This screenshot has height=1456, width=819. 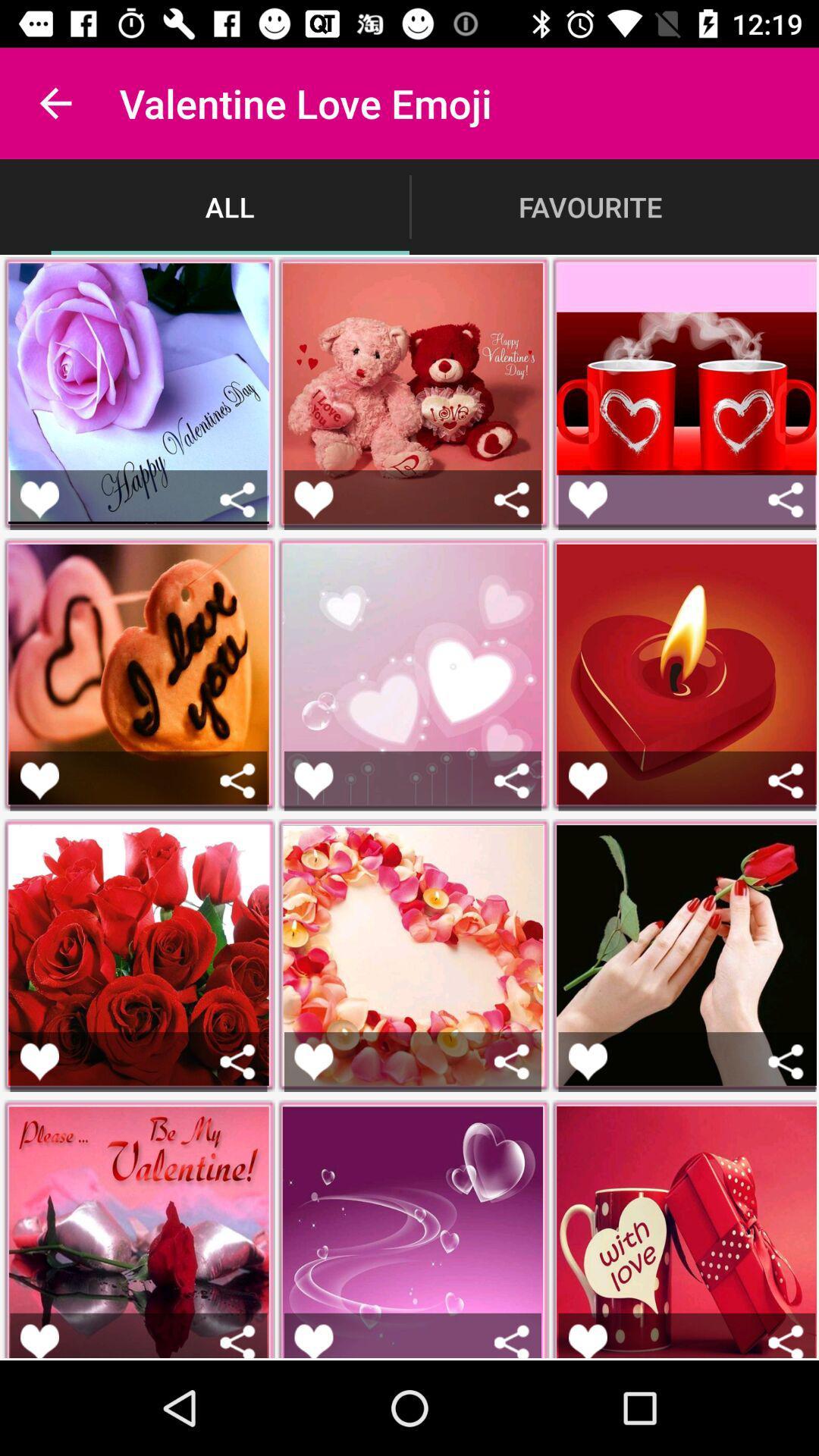 I want to click on share options, so click(x=512, y=780).